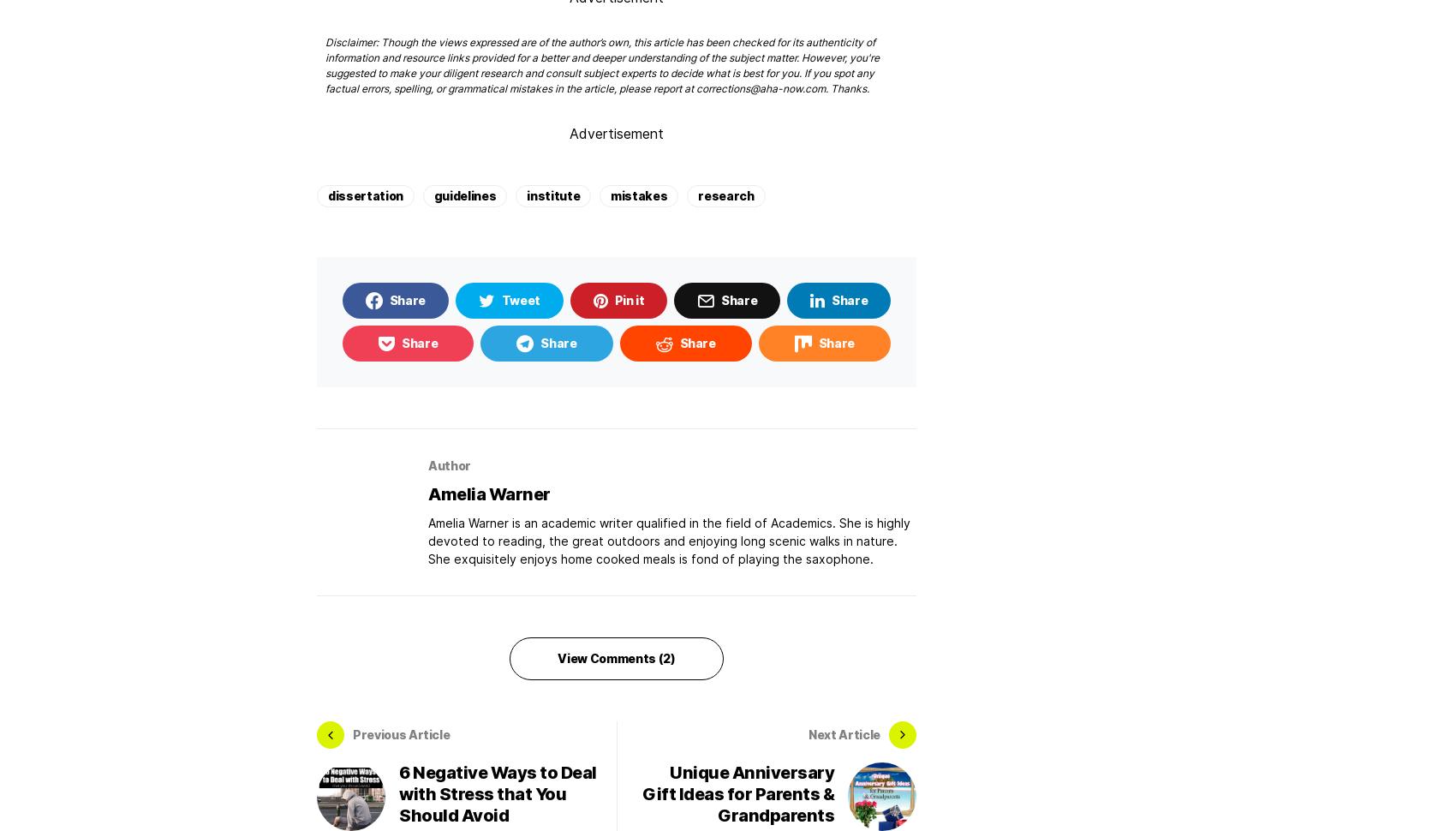 This screenshot has height=831, width=1456. Describe the element at coordinates (629, 298) in the screenshot. I see `'Pin it'` at that location.